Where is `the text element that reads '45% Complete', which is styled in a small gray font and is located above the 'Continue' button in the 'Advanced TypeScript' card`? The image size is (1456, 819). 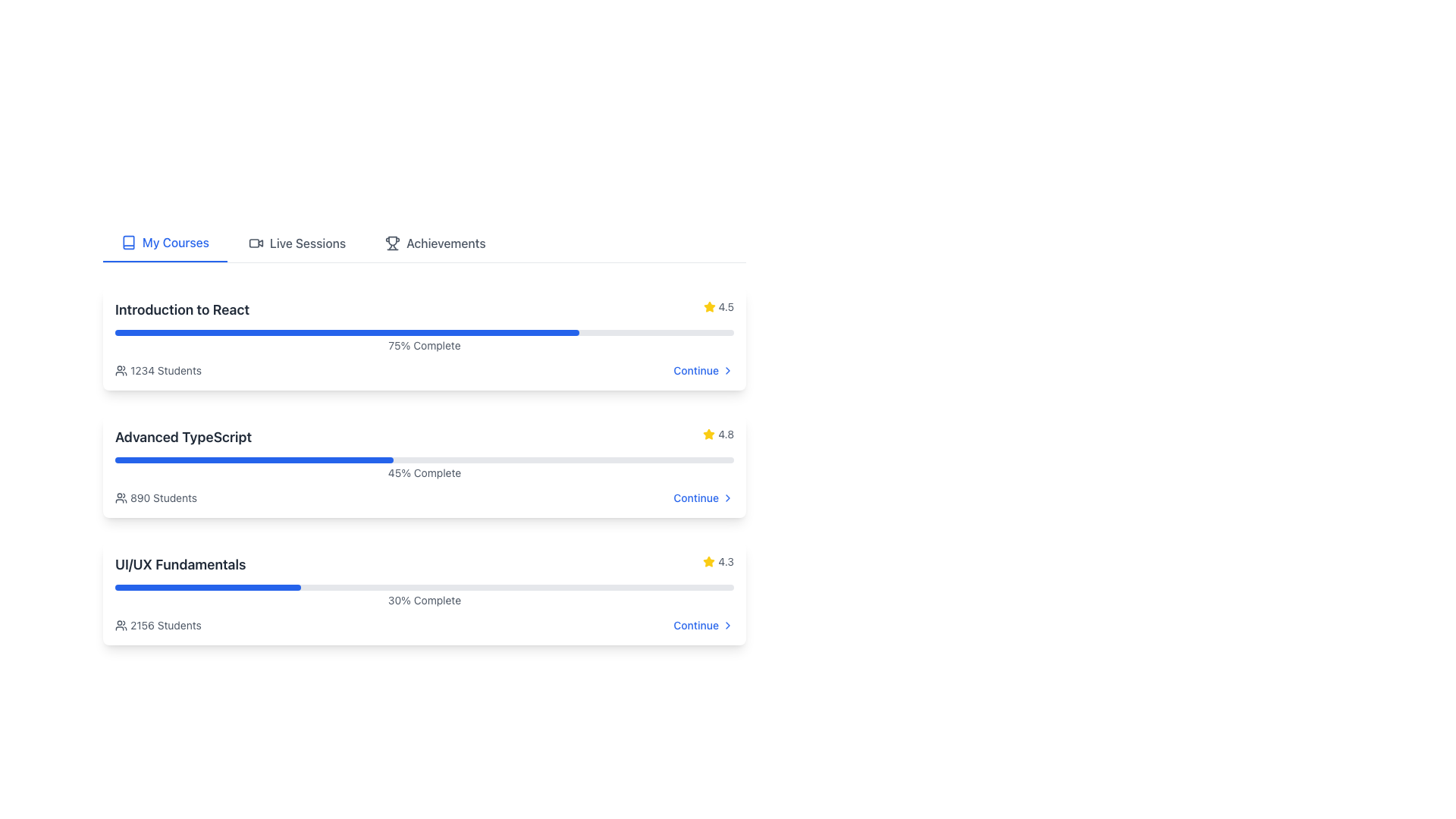 the text element that reads '45% Complete', which is styled in a small gray font and is located above the 'Continue' button in the 'Advanced TypeScript' card is located at coordinates (425, 472).